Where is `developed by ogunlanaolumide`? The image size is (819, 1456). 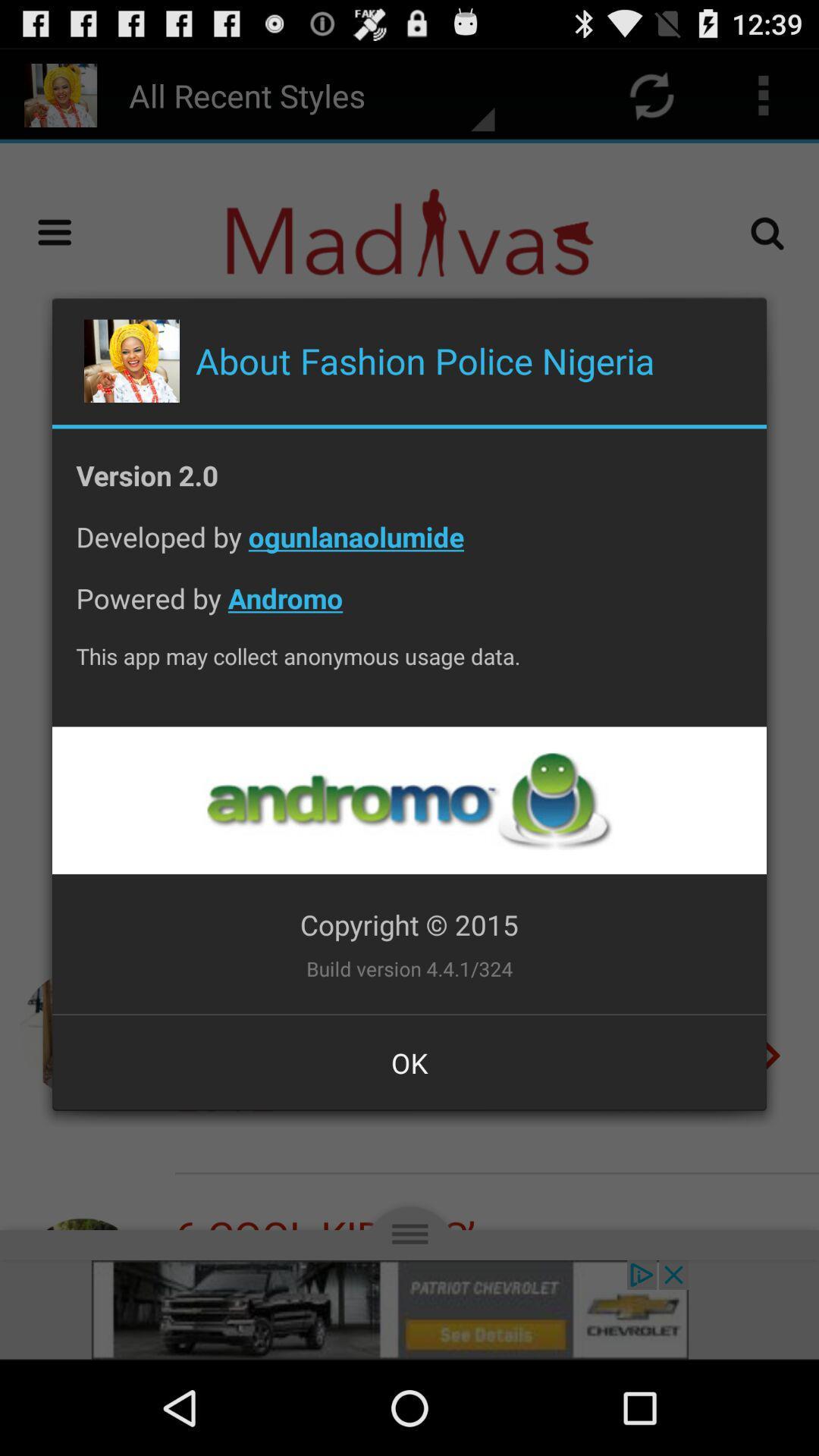
developed by ogunlanaolumide is located at coordinates (409, 548).